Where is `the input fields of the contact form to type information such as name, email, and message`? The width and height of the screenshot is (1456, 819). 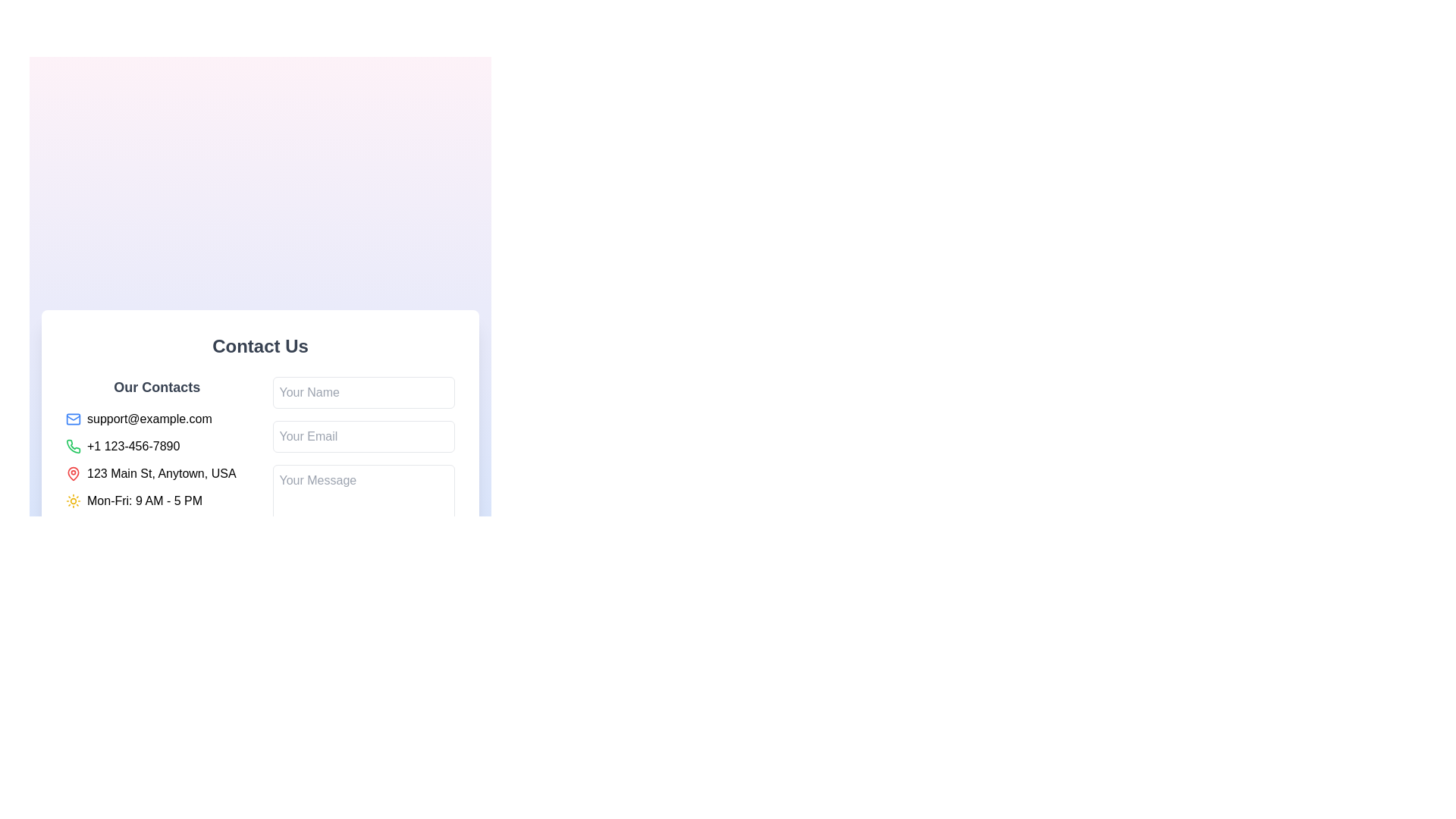
the input fields of the contact form to type information such as name, email, and message is located at coordinates (260, 465).